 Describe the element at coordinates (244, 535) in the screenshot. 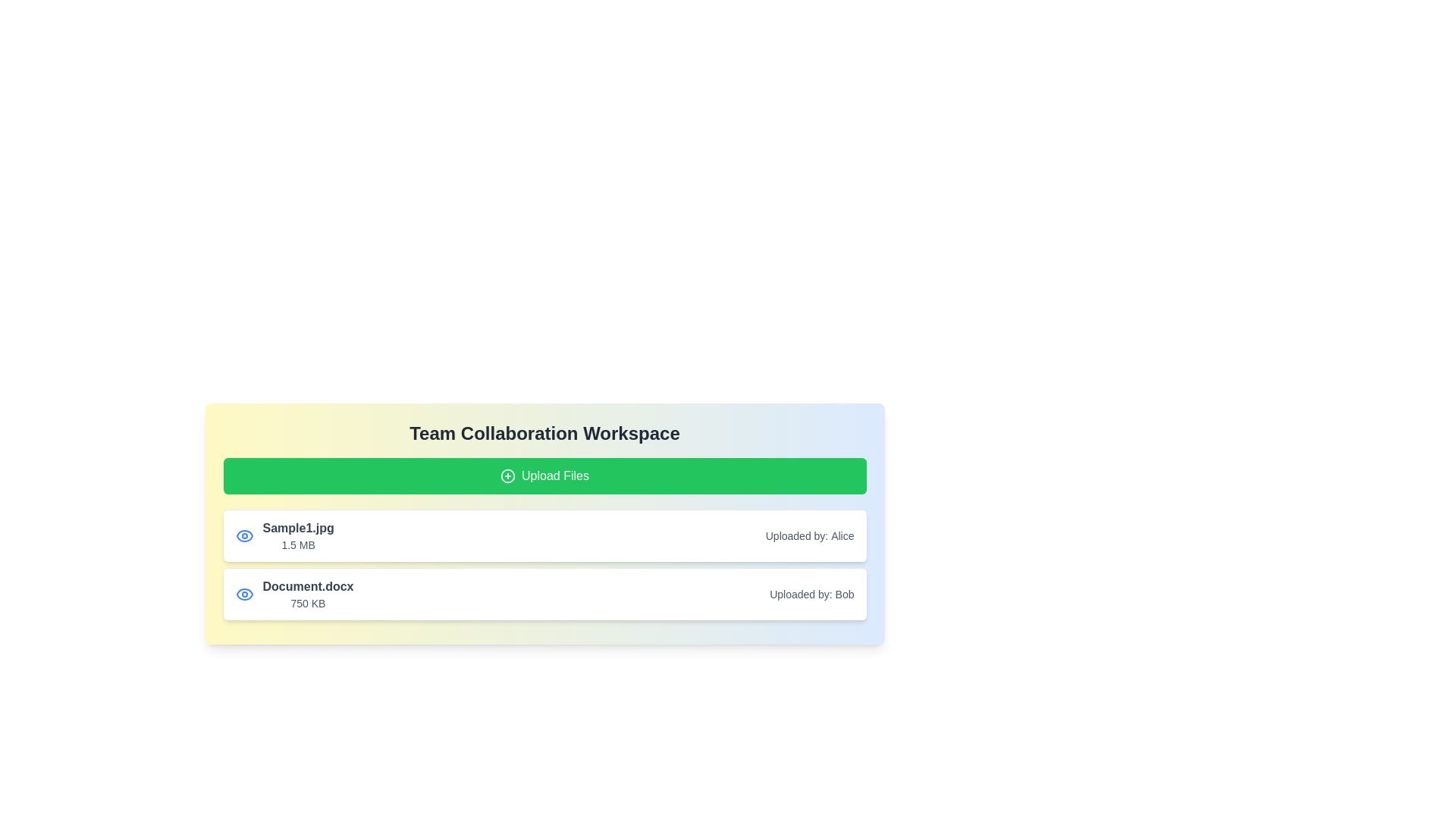

I see `the 'view' icon located to the left of the filename 'Sample1.jpg' in the file list item` at that location.